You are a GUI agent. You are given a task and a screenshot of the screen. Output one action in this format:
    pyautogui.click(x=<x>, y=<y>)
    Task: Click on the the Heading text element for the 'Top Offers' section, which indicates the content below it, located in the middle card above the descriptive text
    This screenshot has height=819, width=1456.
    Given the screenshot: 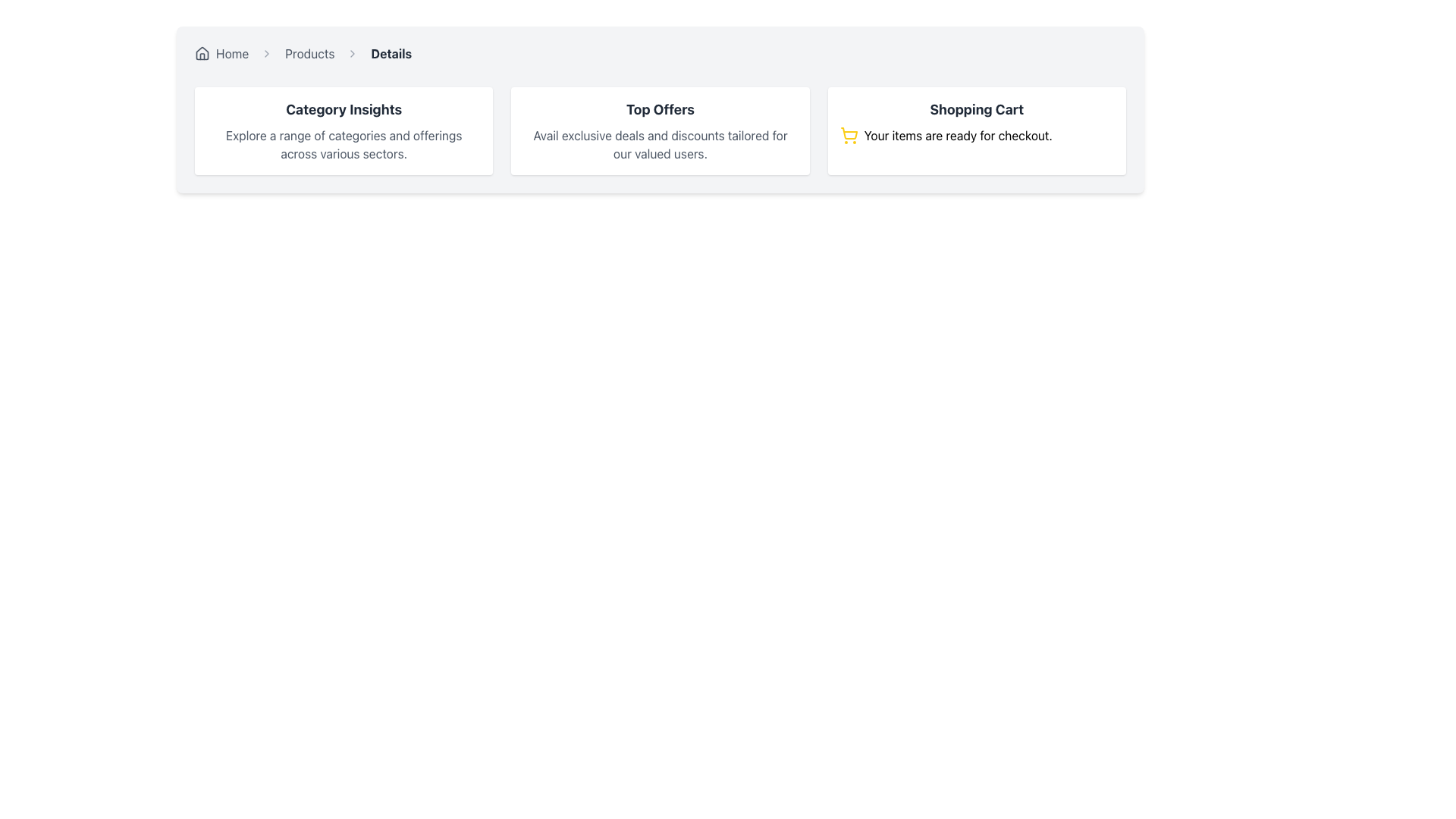 What is the action you would take?
    pyautogui.click(x=660, y=109)
    